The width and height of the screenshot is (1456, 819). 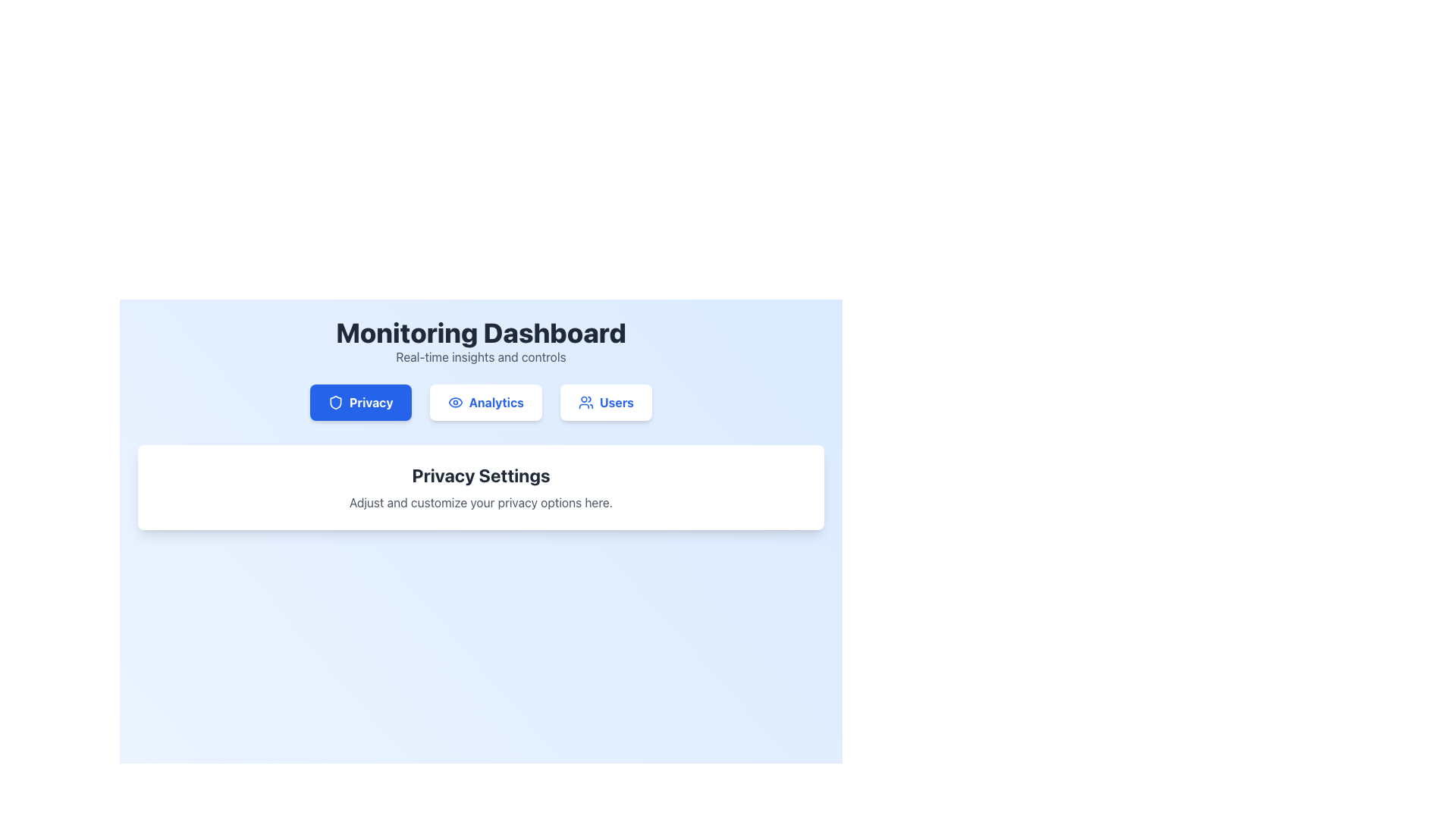 I want to click on text displayed in the 'Monitoring Dashboard' section, which includes the heading 'Monitoring Dashboard' and the subtitle 'Real-time insights and controls', so click(x=480, y=342).